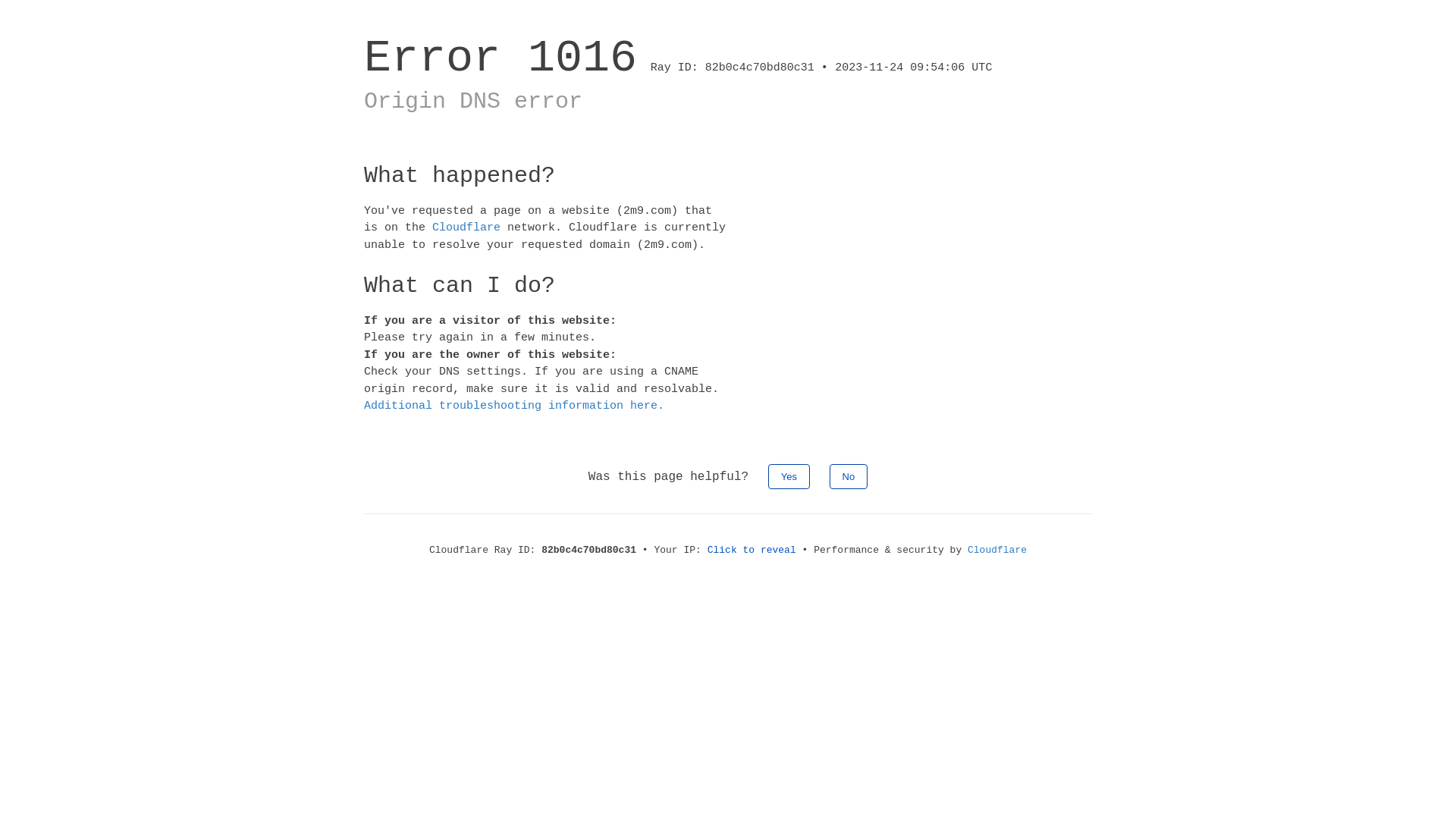 This screenshot has width=1456, height=819. I want to click on 'Cloudflare', so click(465, 227).